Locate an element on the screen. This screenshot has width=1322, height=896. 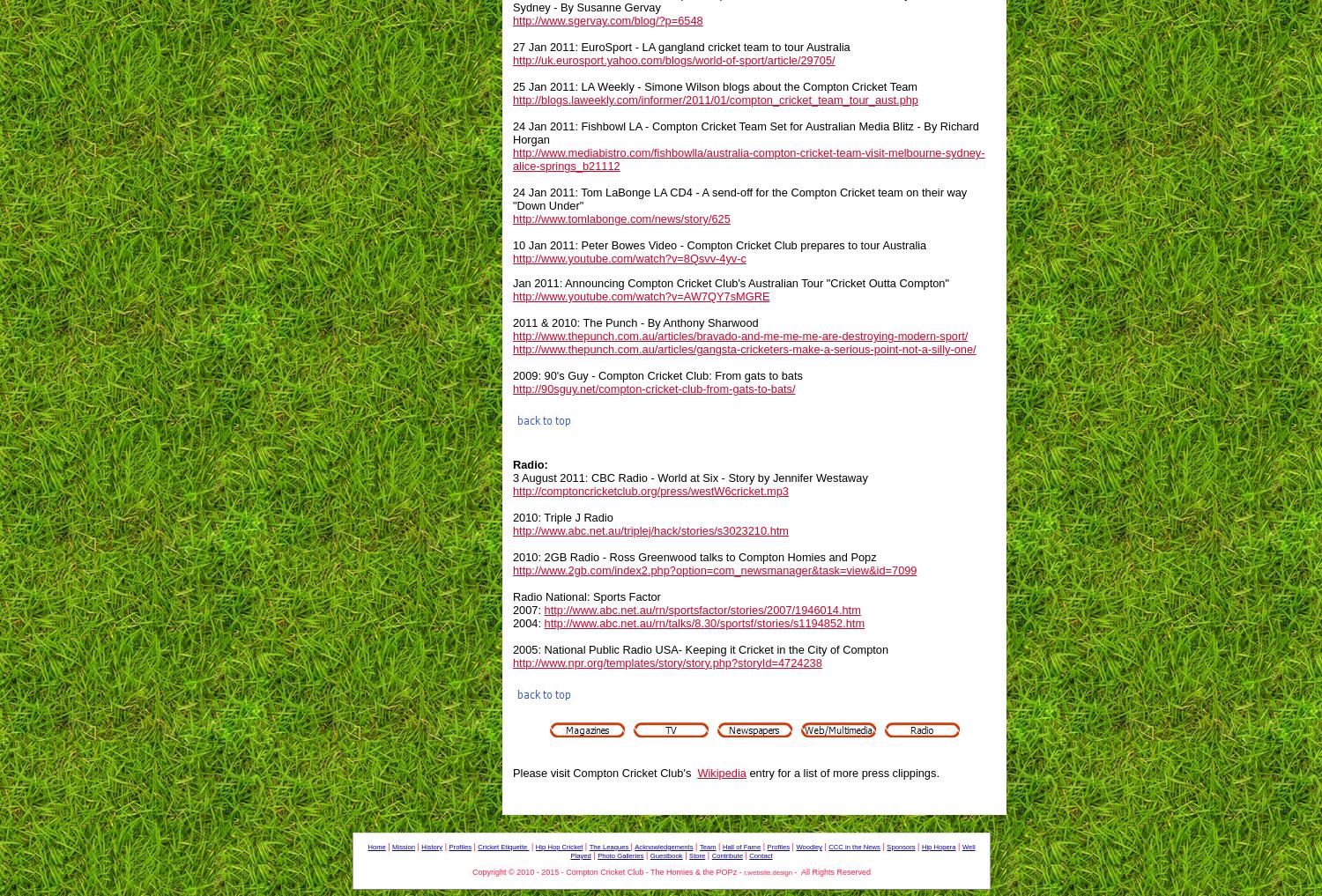
'Radio National: Sports Factor' is located at coordinates (586, 596).